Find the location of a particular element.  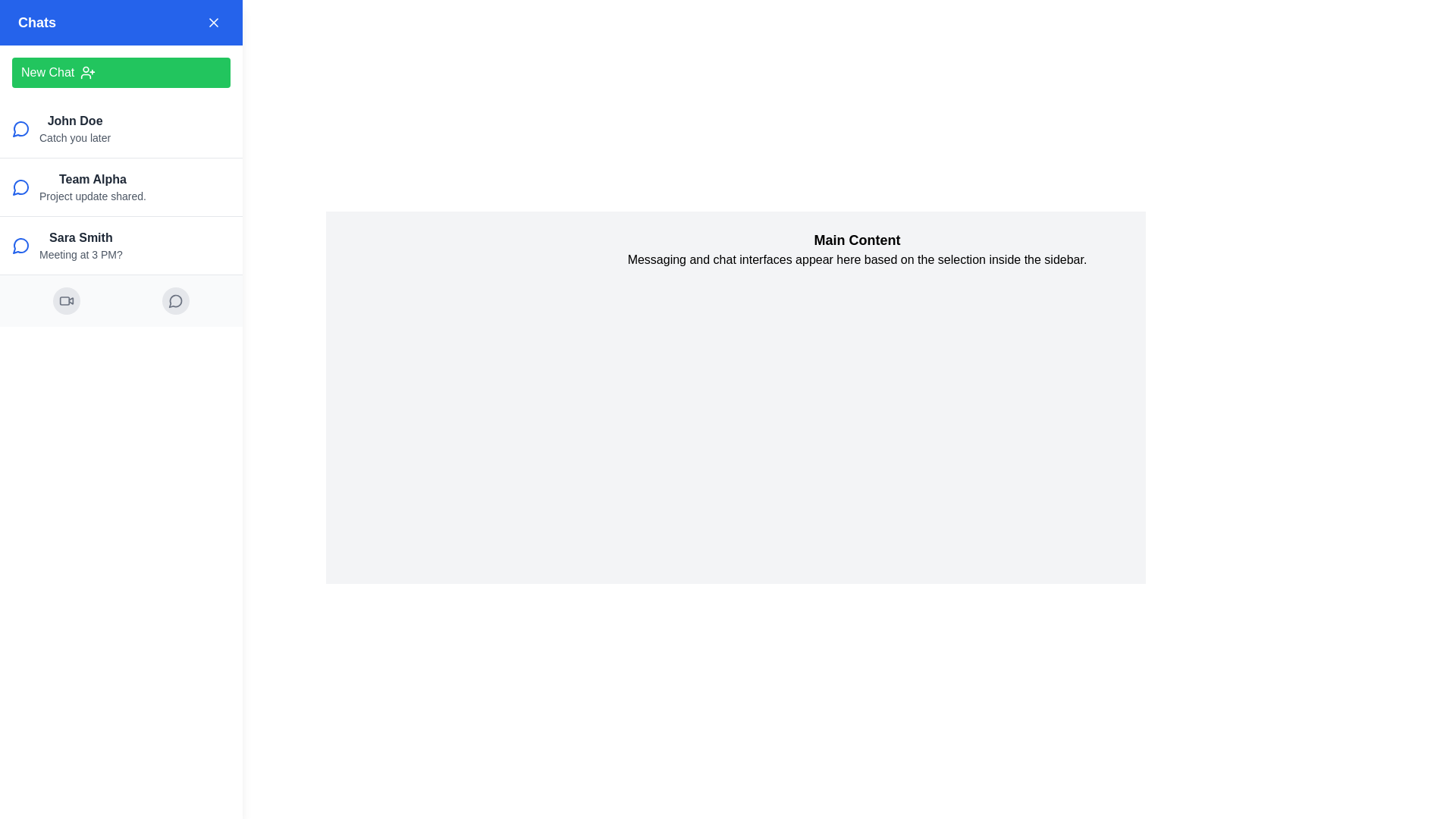

the circular button with a video camera icon located in the footer section at the bottom of the sidebar is located at coordinates (65, 301).